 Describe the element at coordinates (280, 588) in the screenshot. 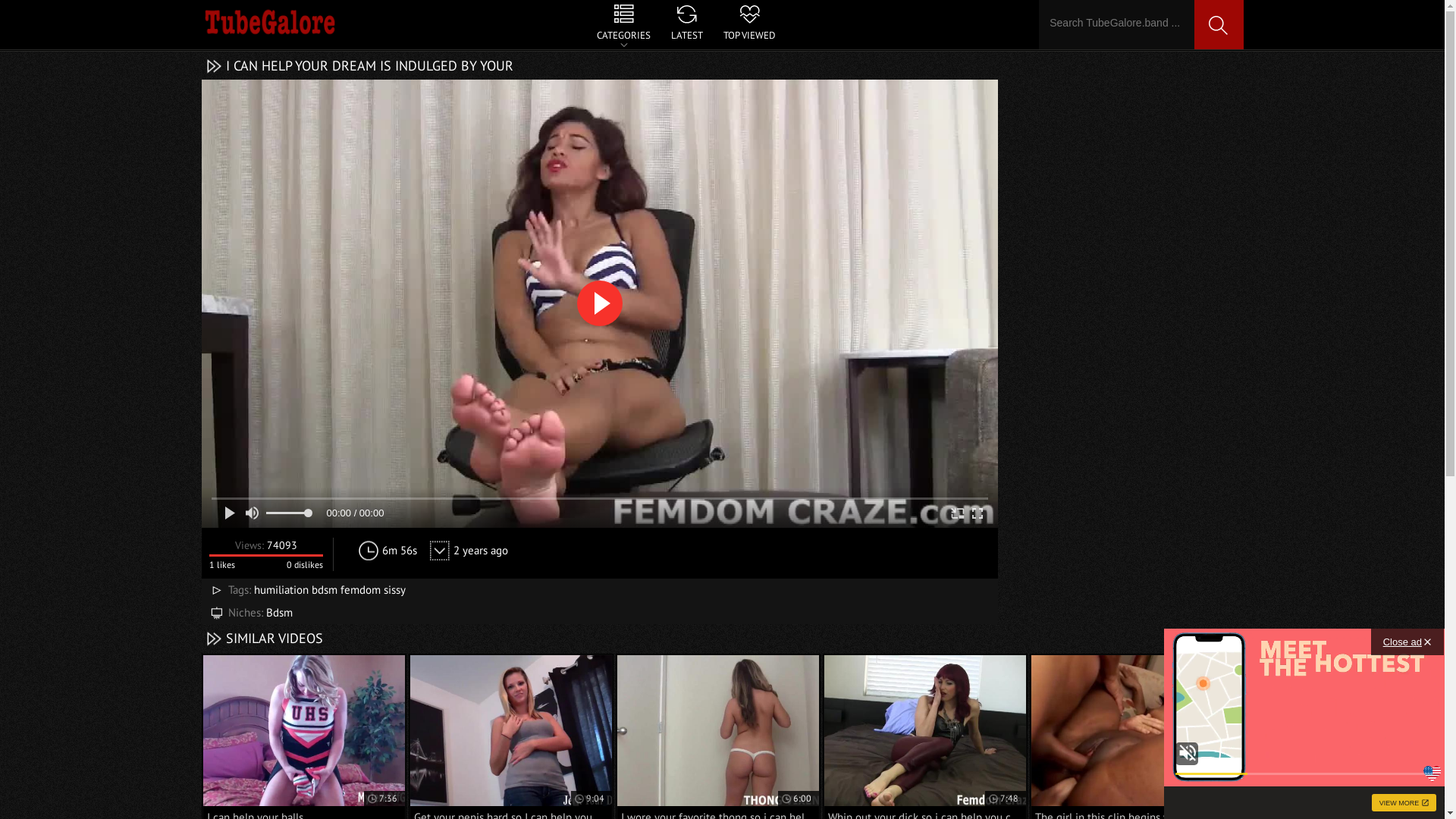

I see `'humiliation'` at that location.